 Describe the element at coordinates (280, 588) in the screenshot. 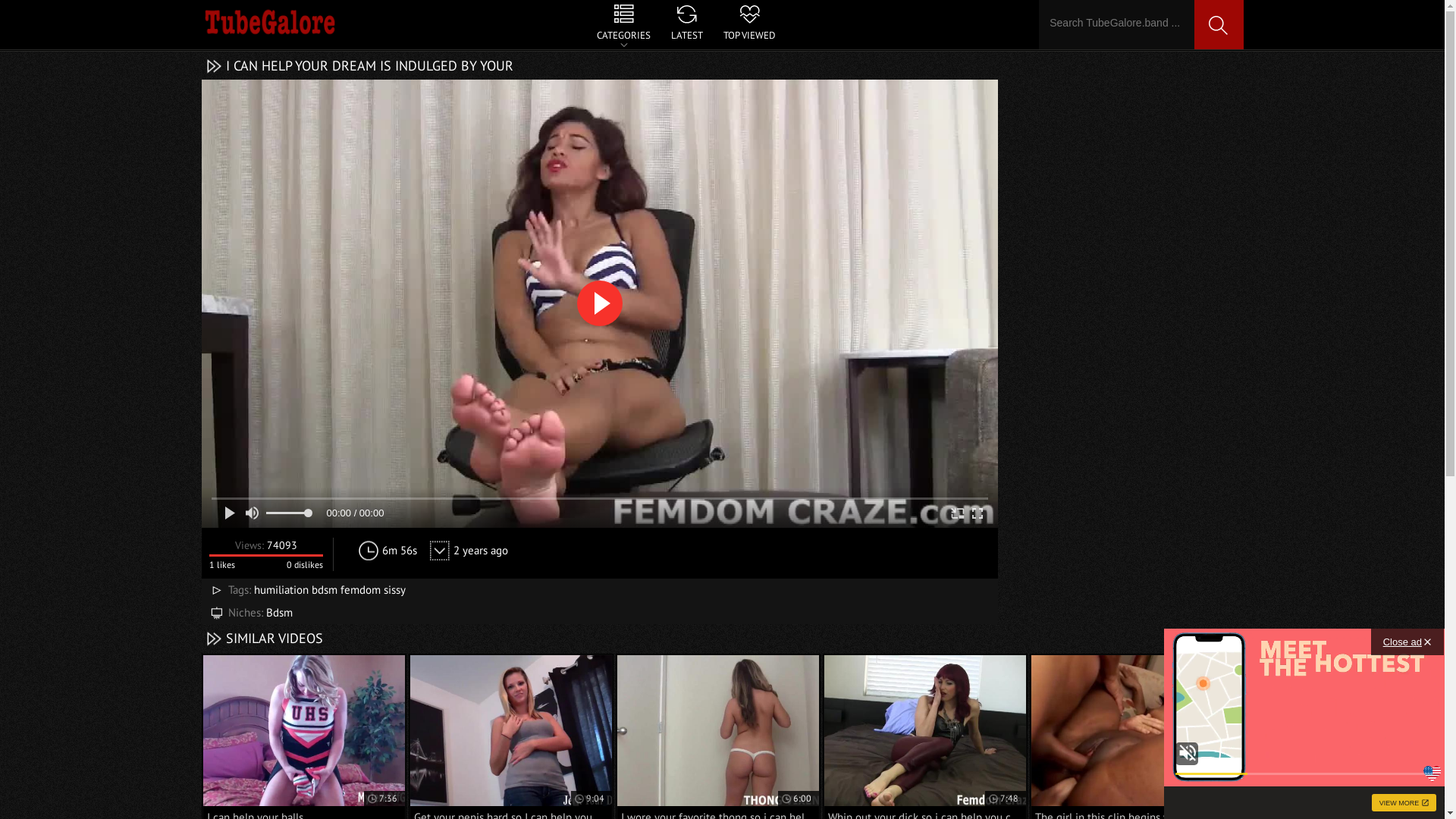

I see `'humiliation'` at that location.